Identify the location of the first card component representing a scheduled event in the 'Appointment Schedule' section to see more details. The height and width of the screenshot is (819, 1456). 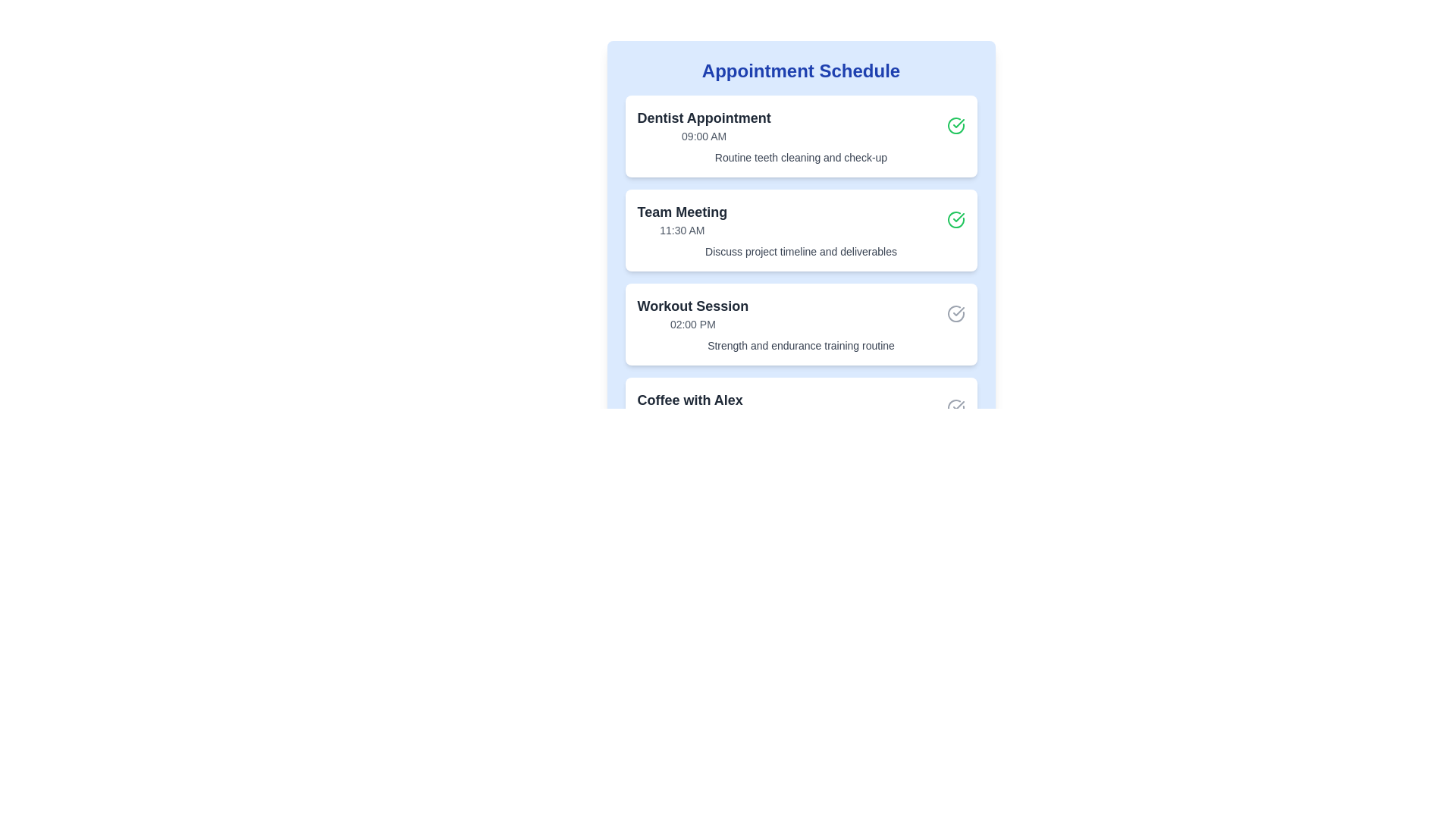
(800, 136).